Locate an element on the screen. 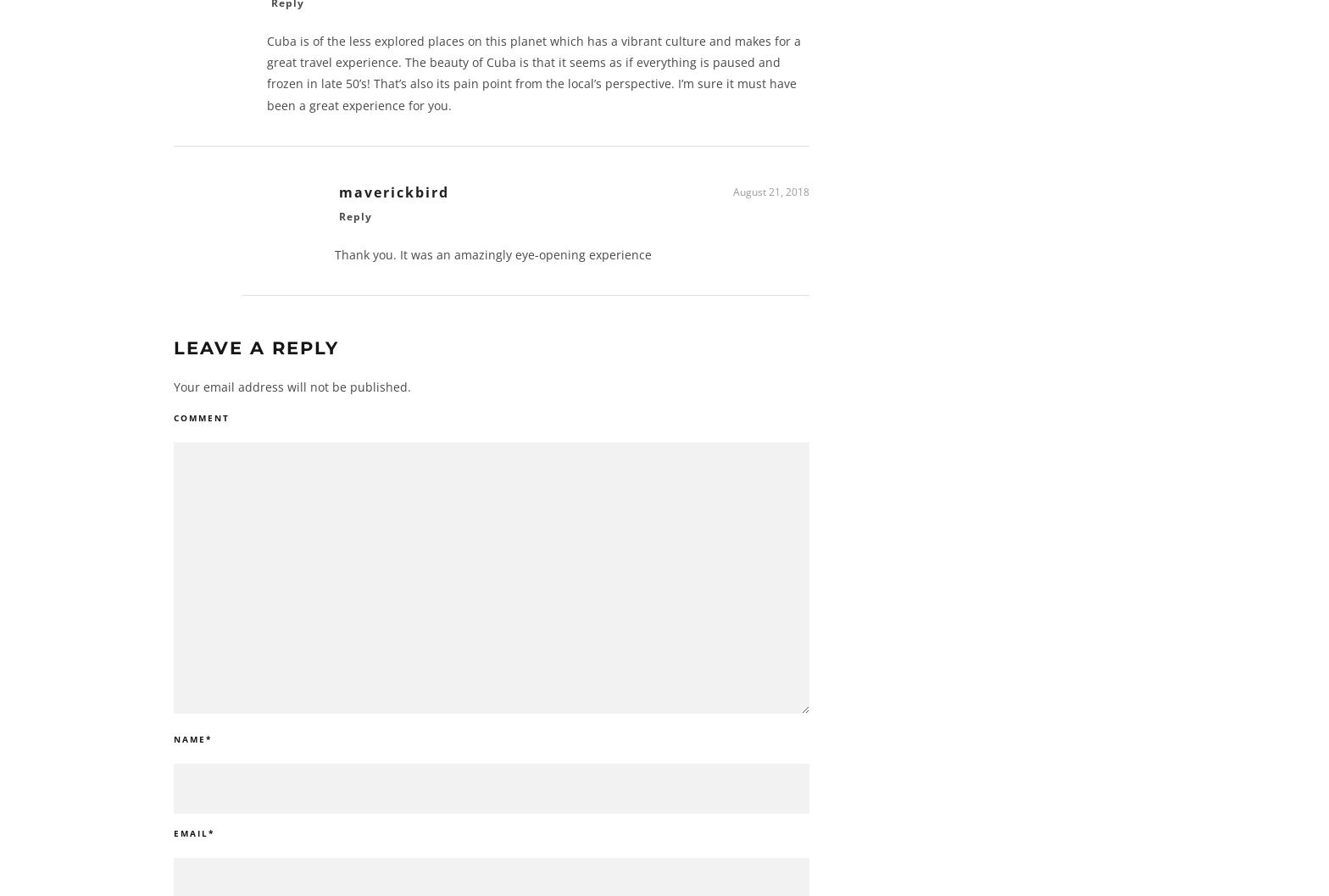  'Cuba is of the less explored places on this planet which has a vibrant culture and makes for a great travel experience. The beauty of Cuba is that it seems as if everything is paused and frozen in late 50’s! That’s also its pain point from the local’s perspective. I’m sure it must have been a great experience for you.' is located at coordinates (534, 78).